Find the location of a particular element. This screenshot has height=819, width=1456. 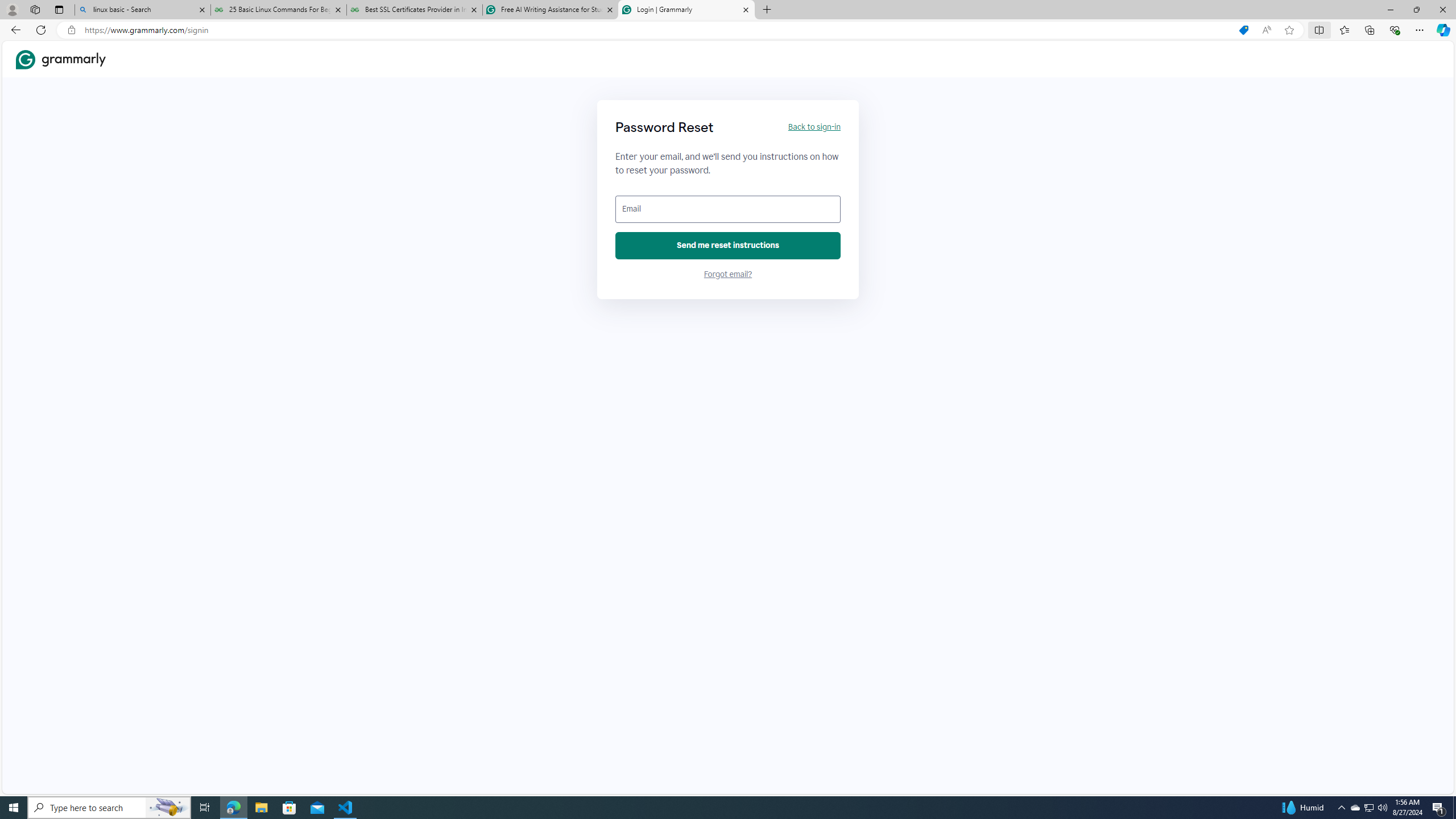

'Back to sign-in' is located at coordinates (813, 126).